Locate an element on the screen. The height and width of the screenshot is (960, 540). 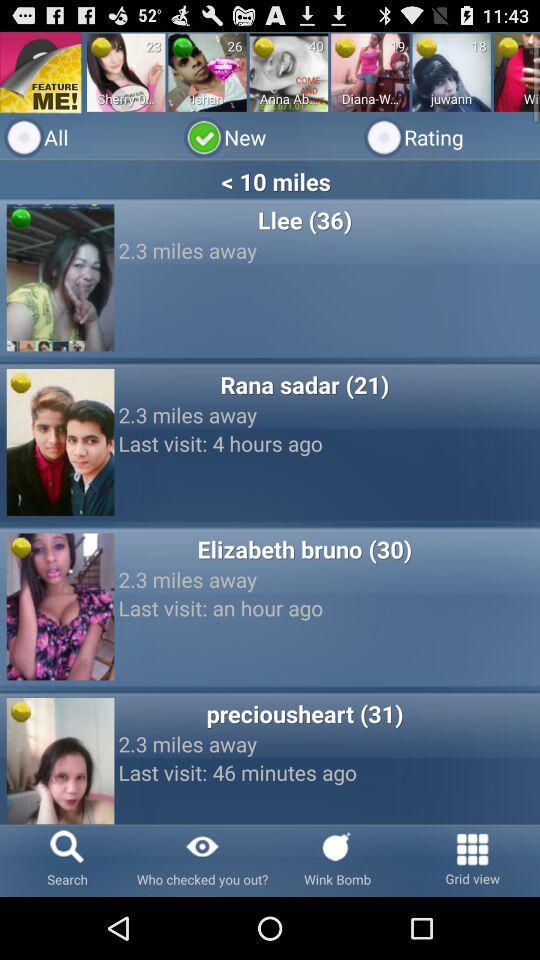
icon to the left of 23 app is located at coordinates (100, 46).